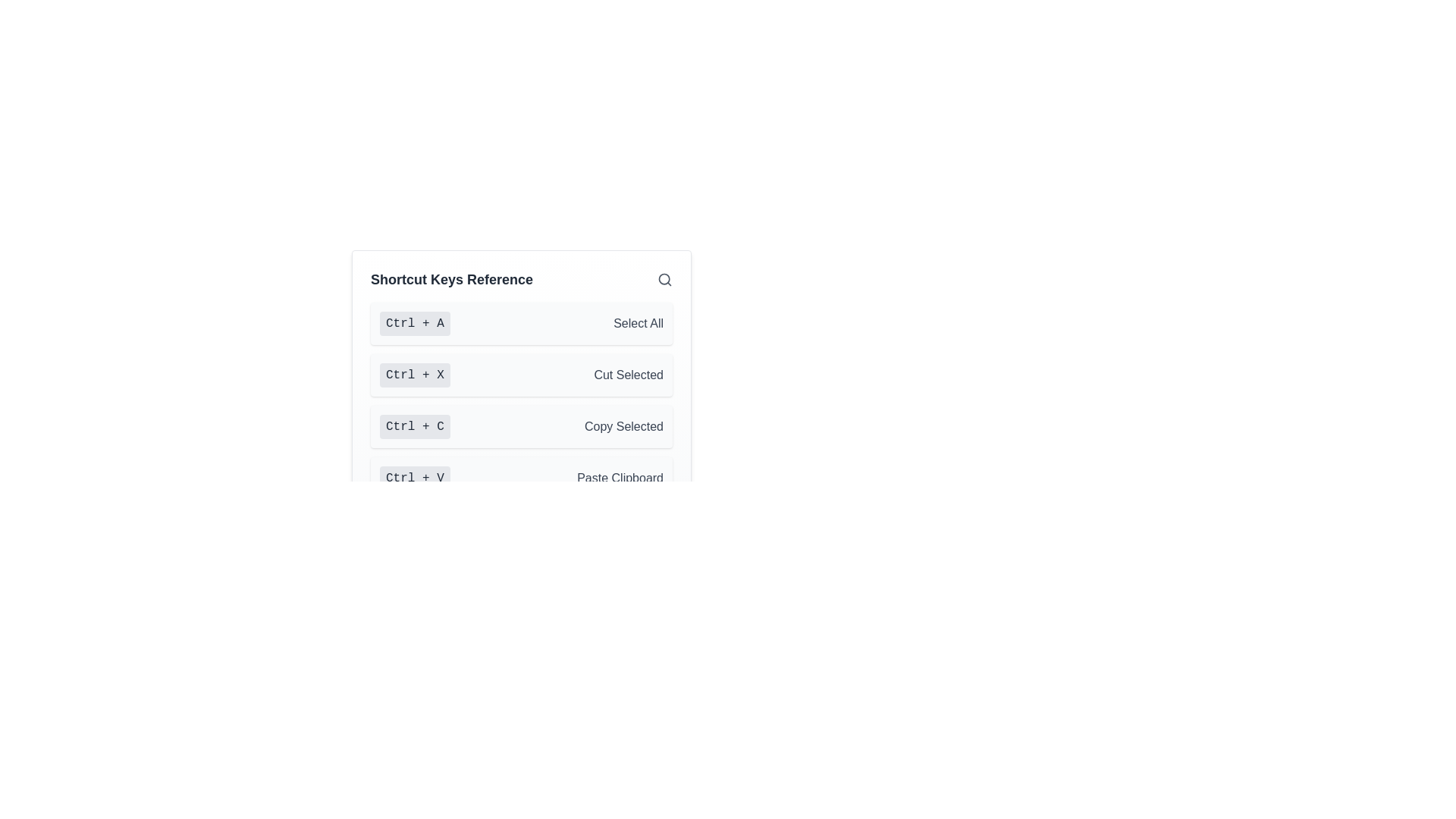 This screenshot has width=1456, height=819. What do you see at coordinates (521, 479) in the screenshot?
I see `the informational display element that describes the 'Paste Clipboard' keyboard shortcut, which is the fourth item in a vertical list of shortcut key references, located below 'Ctrl + C - Copy Selected'` at bounding box center [521, 479].